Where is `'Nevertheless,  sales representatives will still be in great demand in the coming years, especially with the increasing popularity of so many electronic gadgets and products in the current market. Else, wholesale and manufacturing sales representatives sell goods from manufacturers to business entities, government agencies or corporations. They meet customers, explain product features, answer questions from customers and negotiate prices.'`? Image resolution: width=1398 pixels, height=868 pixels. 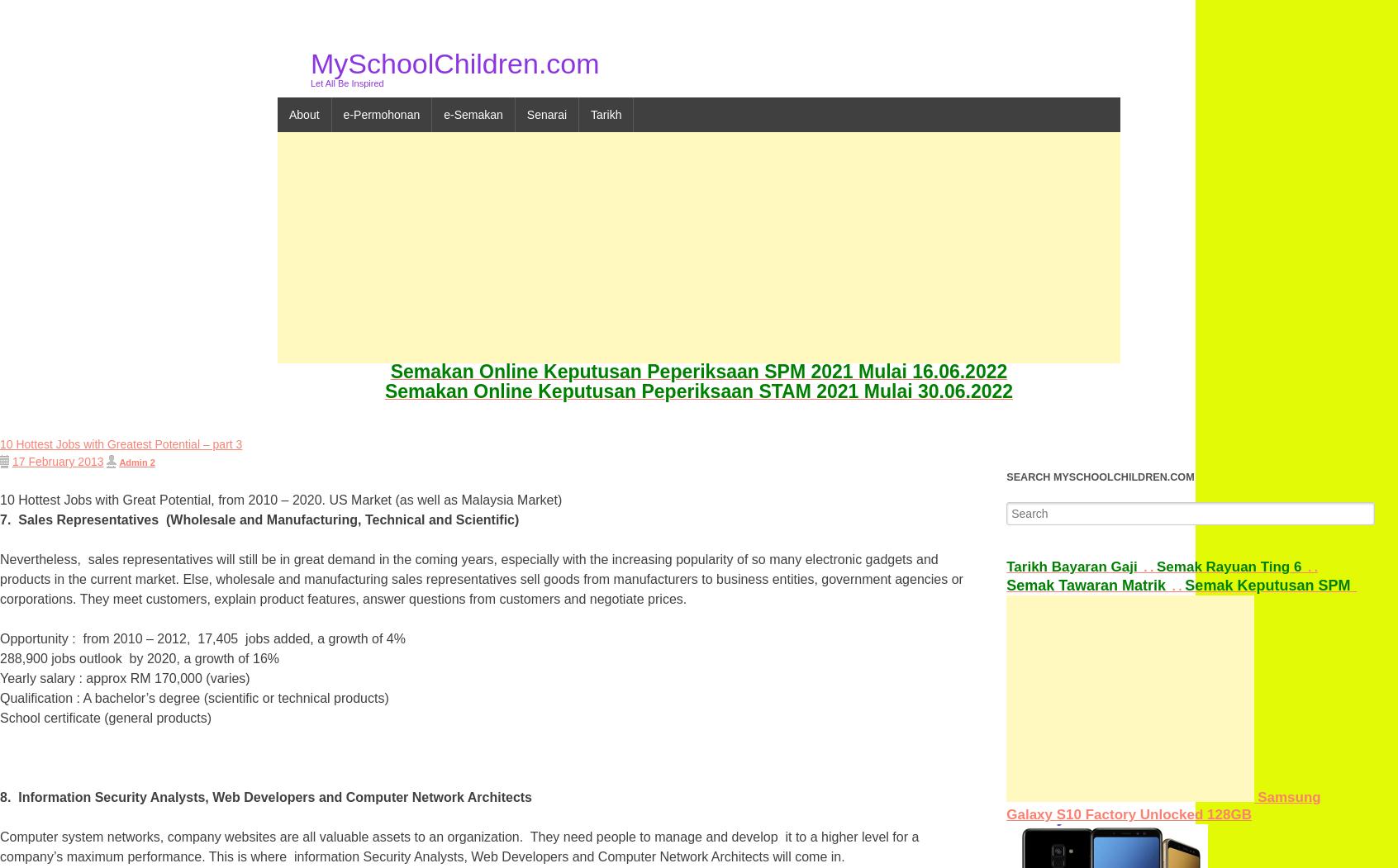
'Nevertheless,  sales representatives will still be in great demand in the coming years, especially with the increasing popularity of so many electronic gadgets and products in the current market. Else, wholesale and manufacturing sales representatives sell goods from manufacturers to business entities, government agencies or corporations. They meet customers, explain product features, answer questions from customers and negotiate prices.' is located at coordinates (480, 578).